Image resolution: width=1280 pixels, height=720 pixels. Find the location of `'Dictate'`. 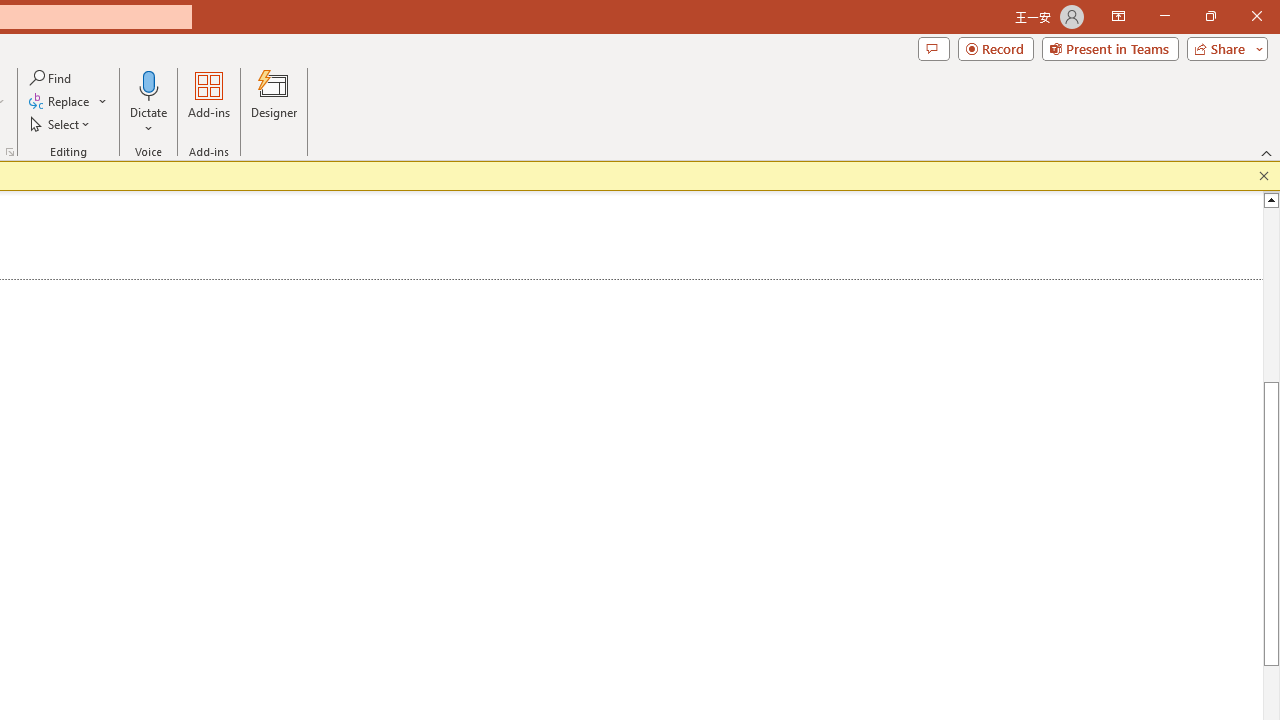

'Dictate' is located at coordinates (148, 84).